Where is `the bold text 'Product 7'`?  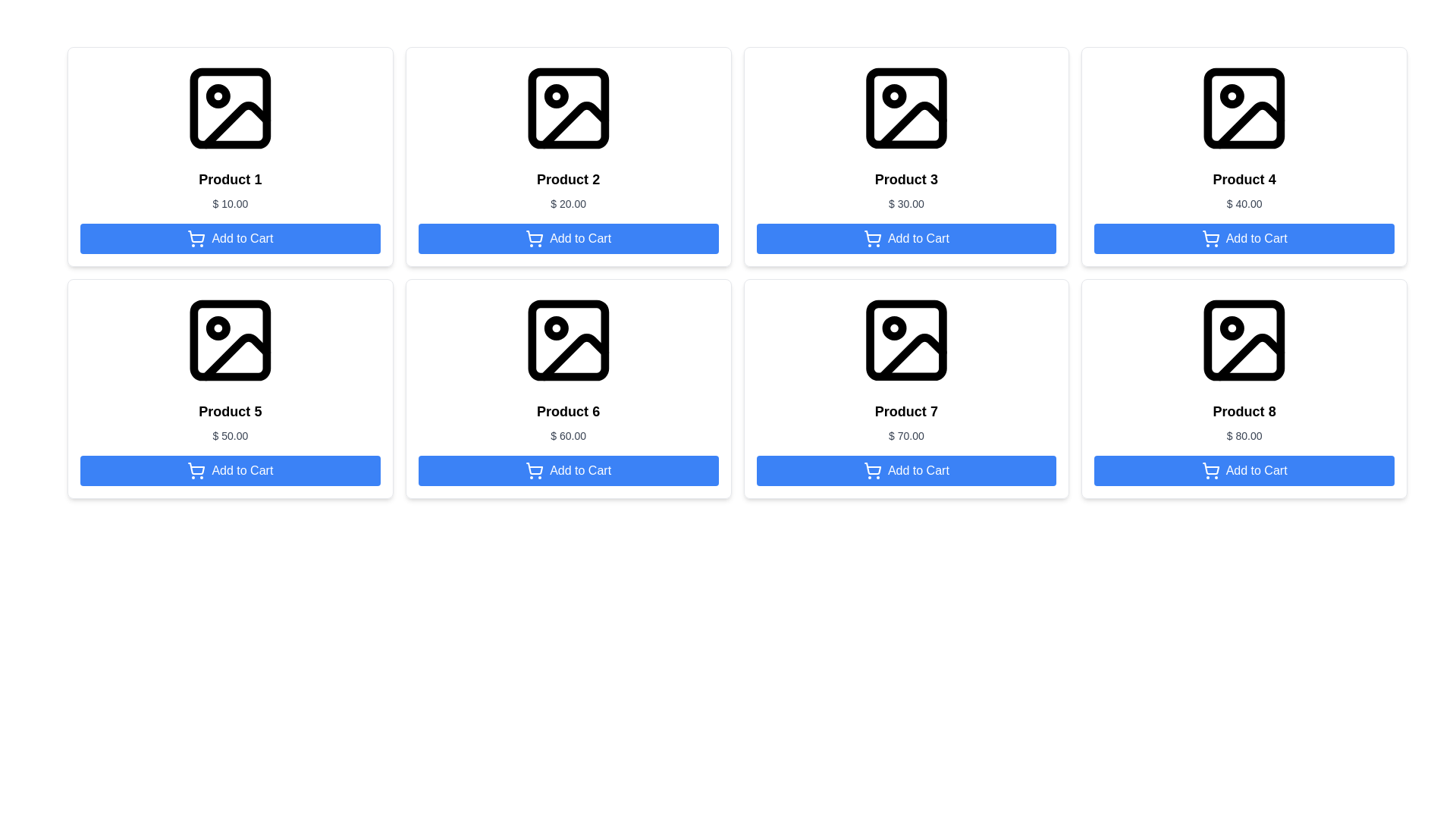 the bold text 'Product 7' is located at coordinates (906, 412).